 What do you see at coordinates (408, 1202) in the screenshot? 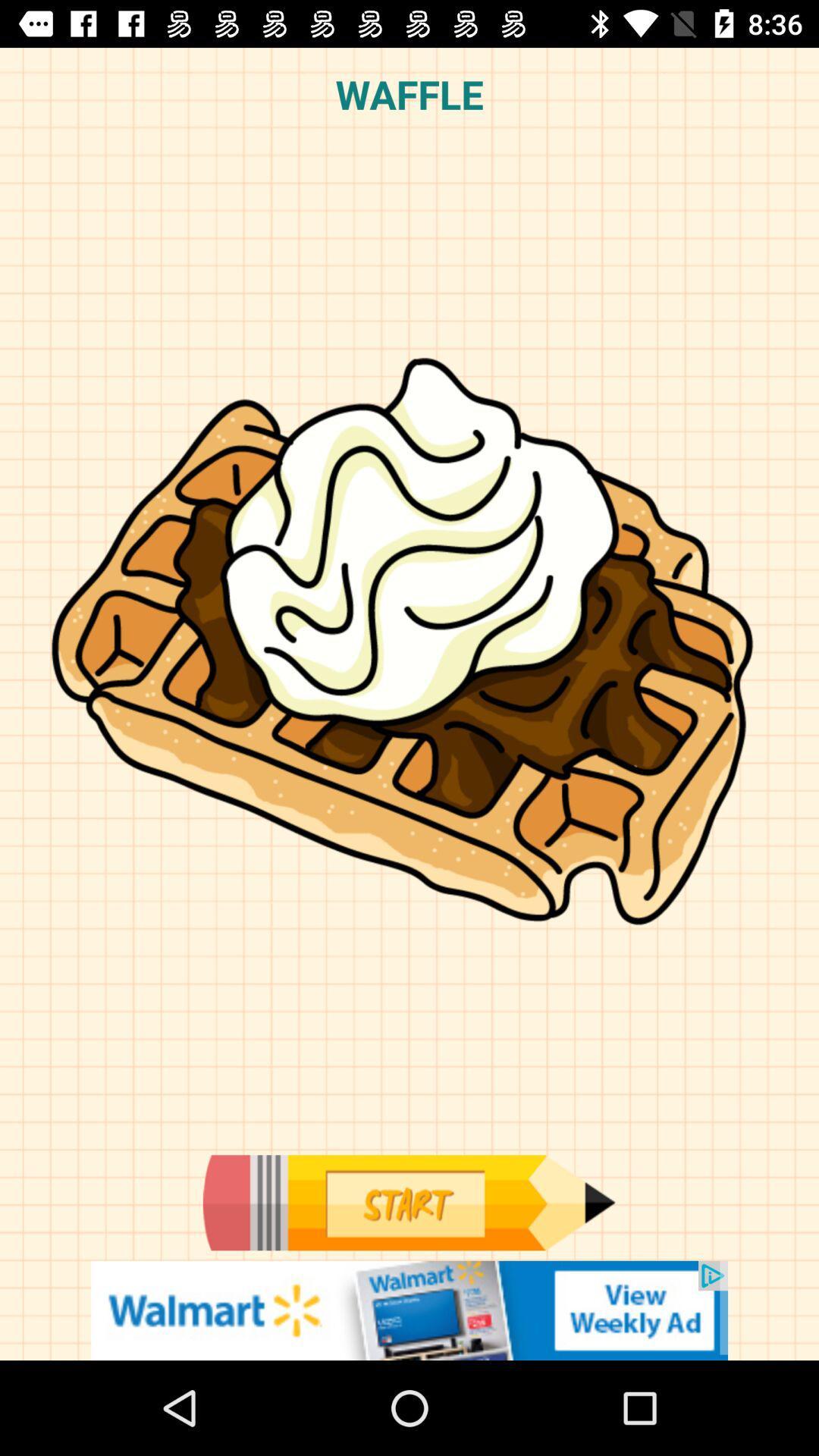
I see `start button` at bounding box center [408, 1202].